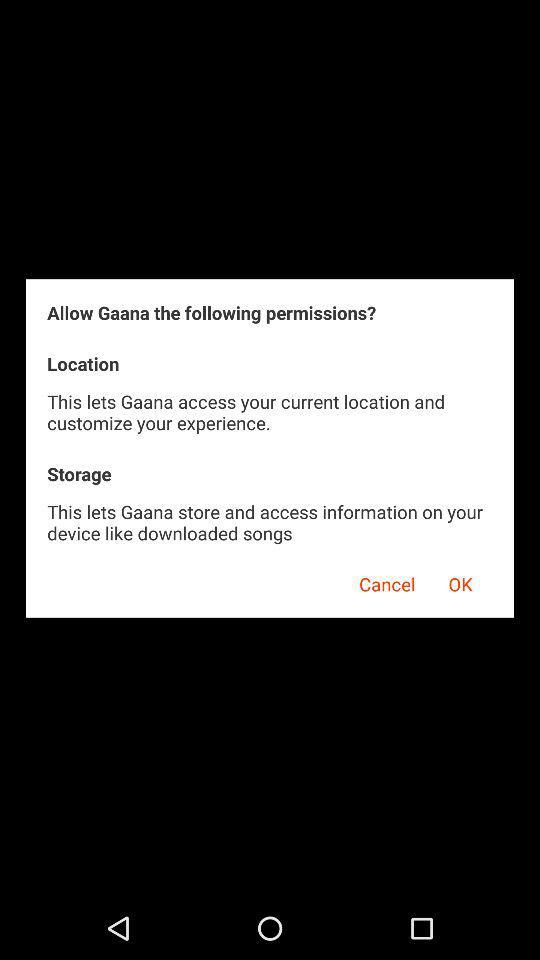 This screenshot has height=960, width=540. What do you see at coordinates (380, 581) in the screenshot?
I see `the item next to the ok app` at bounding box center [380, 581].